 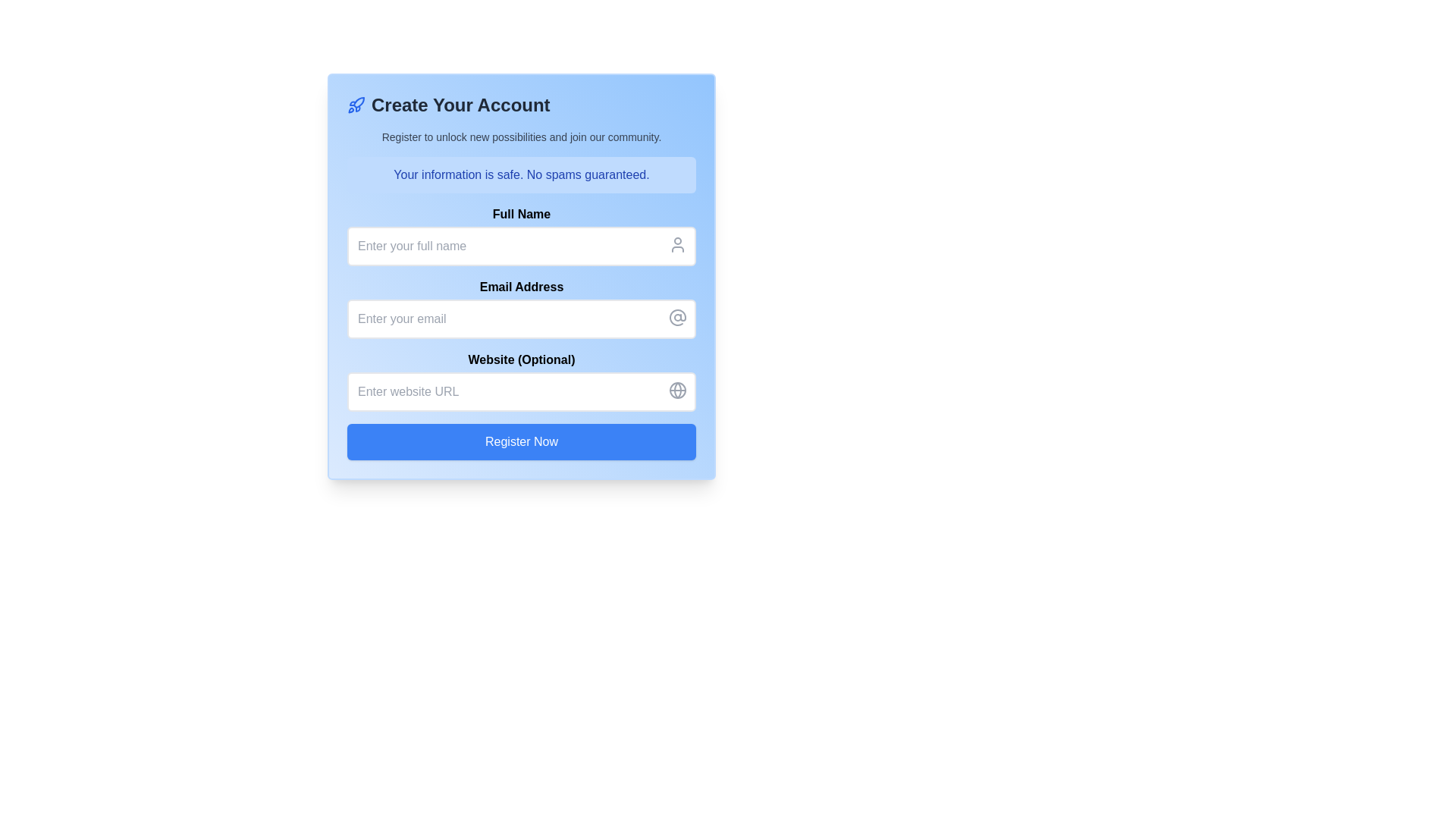 What do you see at coordinates (676, 390) in the screenshot?
I see `the globe icon button located in the top-right corner of the 'Website (Optional)' input field` at bounding box center [676, 390].